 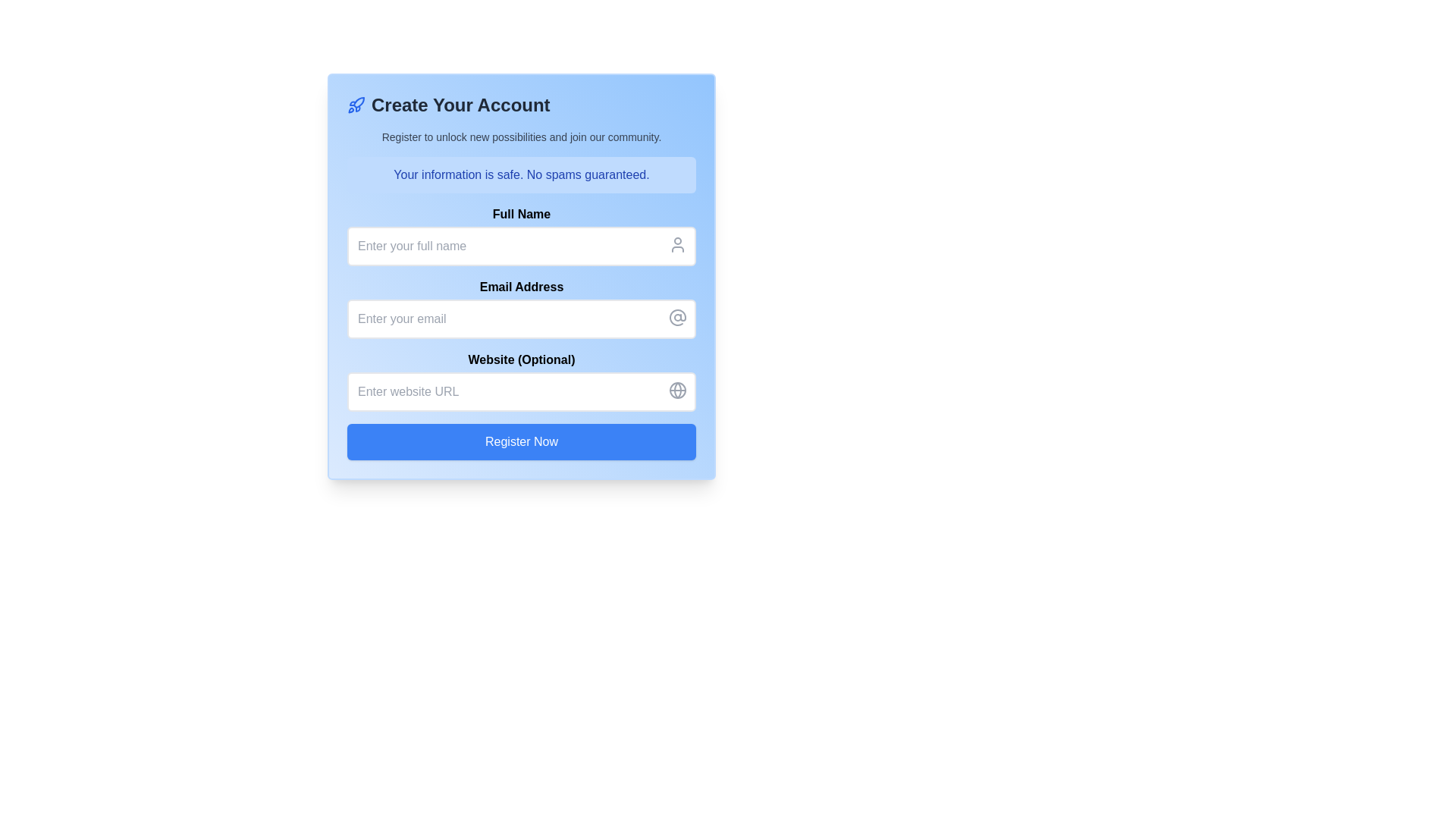 What do you see at coordinates (676, 390) in the screenshot?
I see `the globe icon button located in the top-right corner of the 'Website (Optional)' input field` at bounding box center [676, 390].